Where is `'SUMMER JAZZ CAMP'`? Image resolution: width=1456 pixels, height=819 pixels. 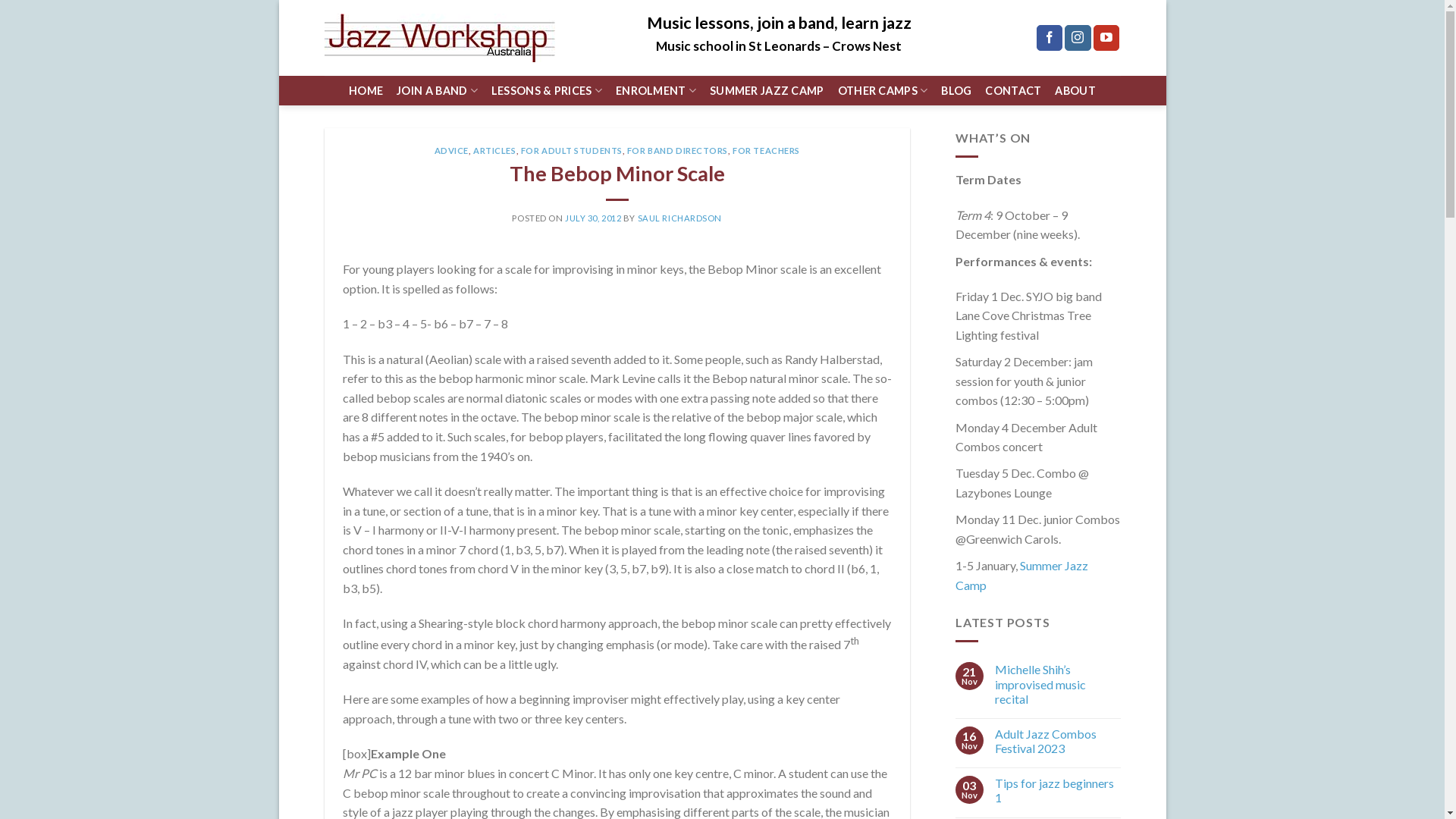 'SUMMER JAZZ CAMP' is located at coordinates (767, 90).